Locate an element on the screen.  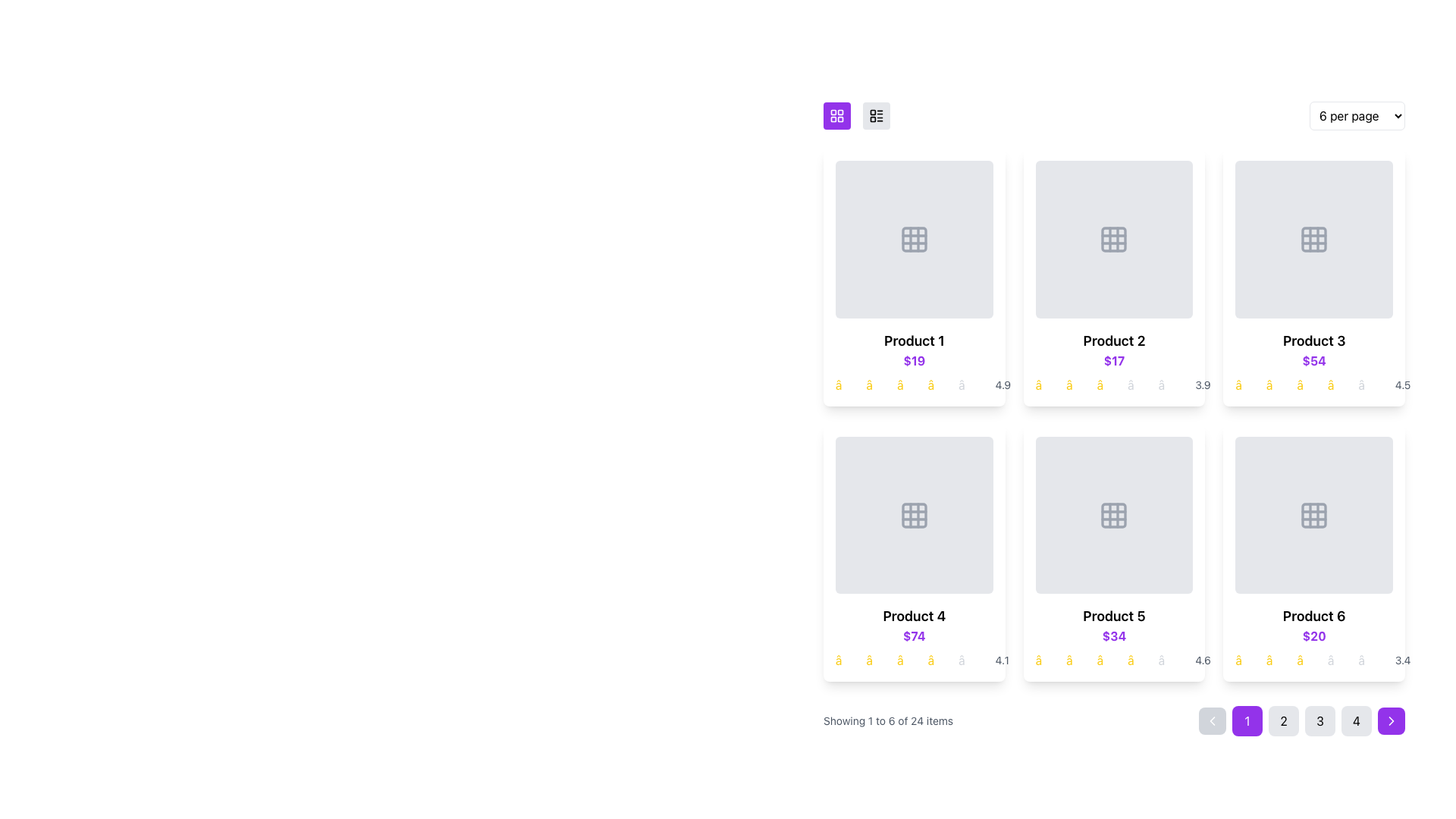
the price label for 'Product 6', which is located beneath the title and above the rating visuals in the product card is located at coordinates (1313, 636).